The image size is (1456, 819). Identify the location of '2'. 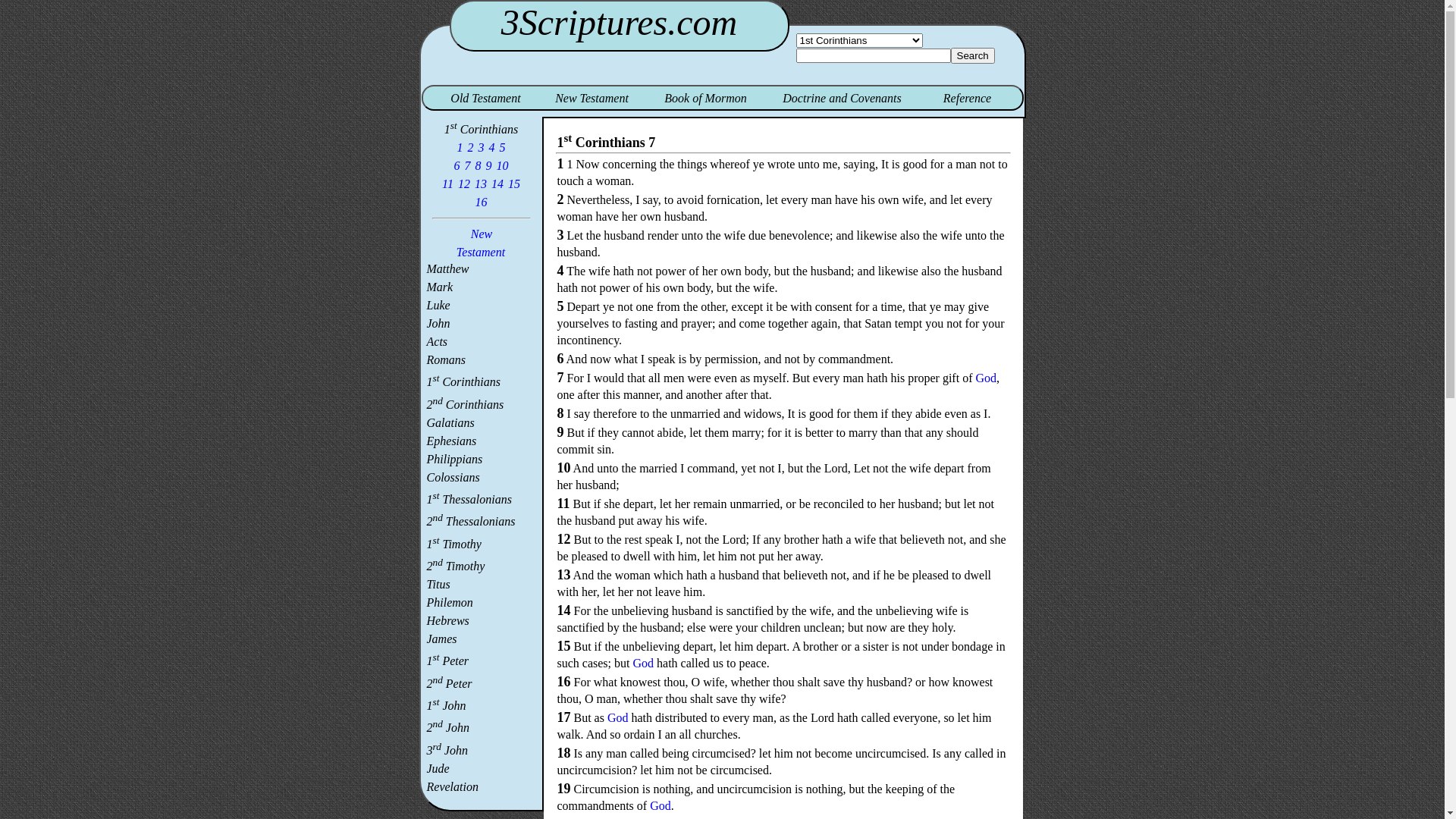
(469, 147).